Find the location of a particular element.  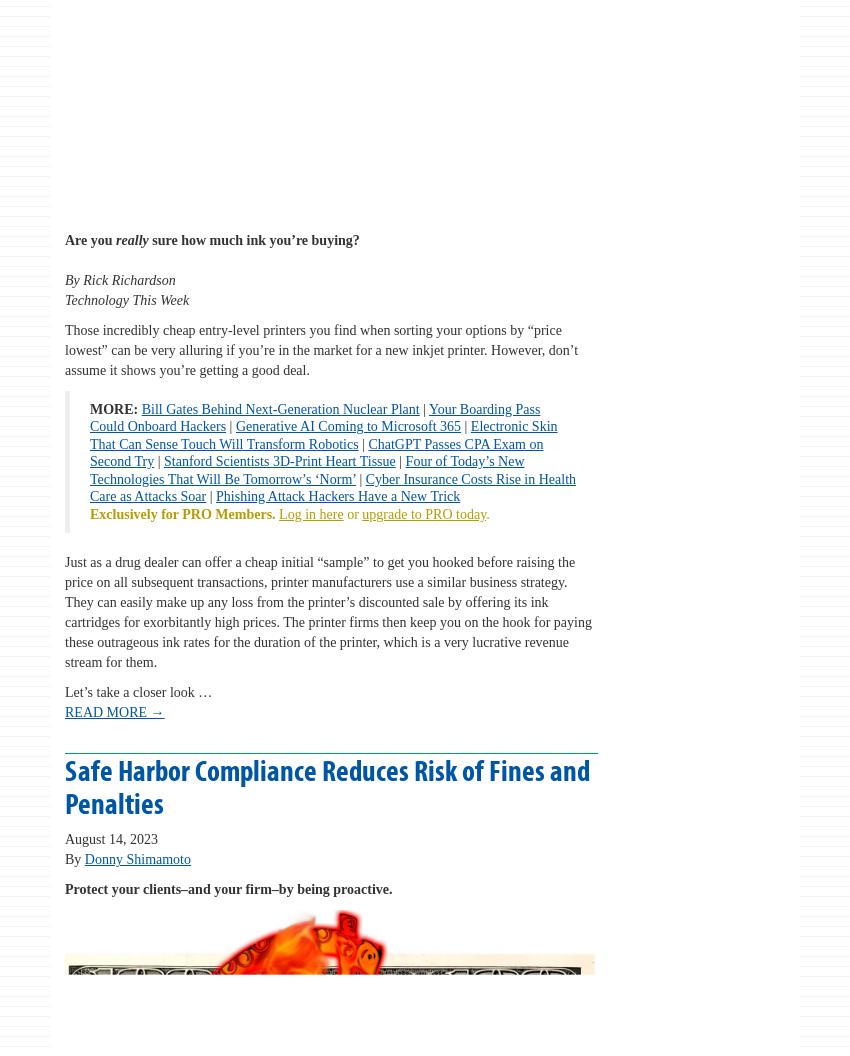

'ChatGPT Passes CPA Exam on Second Try' is located at coordinates (316, 452).